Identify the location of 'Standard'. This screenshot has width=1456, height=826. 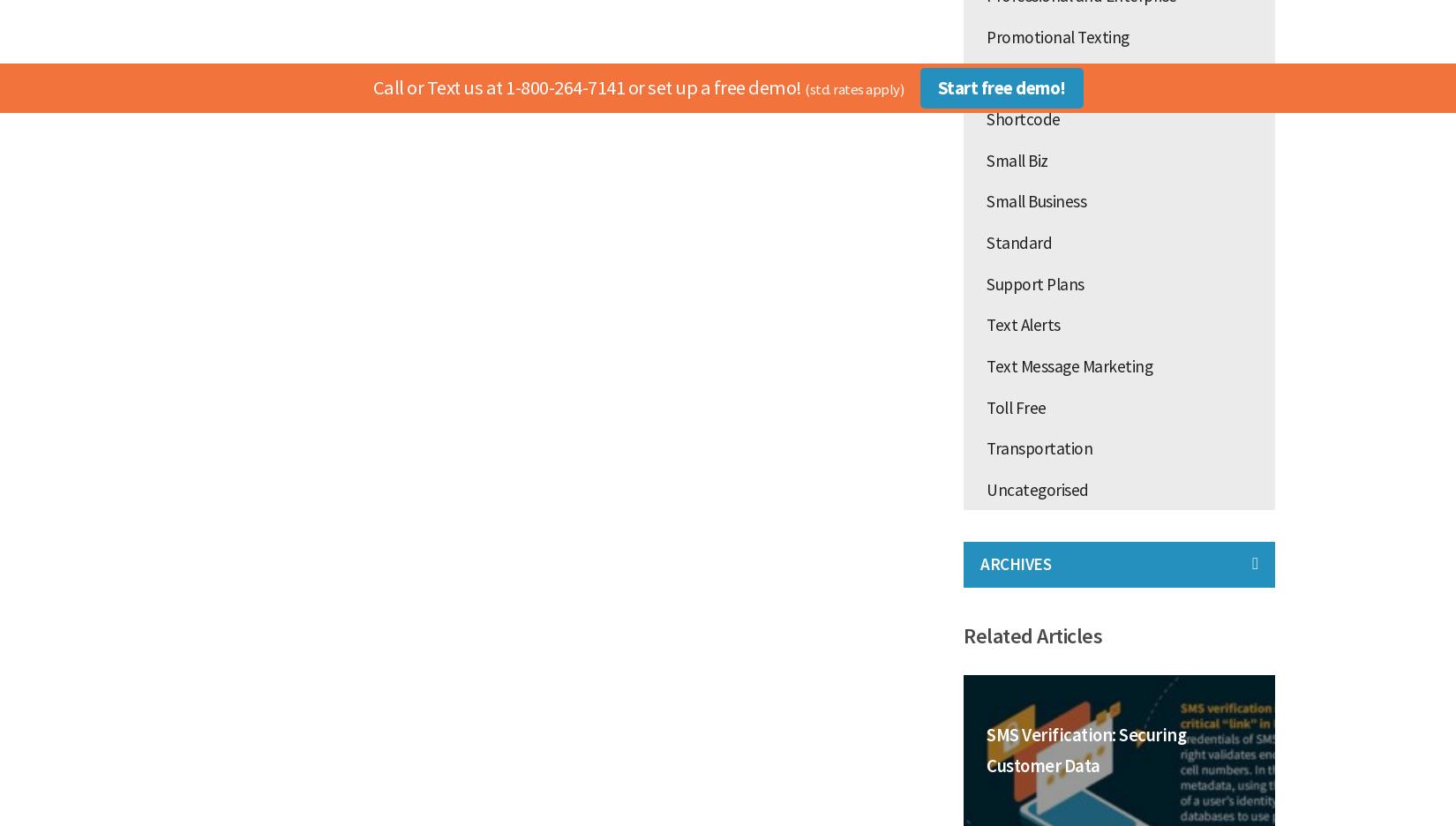
(987, 242).